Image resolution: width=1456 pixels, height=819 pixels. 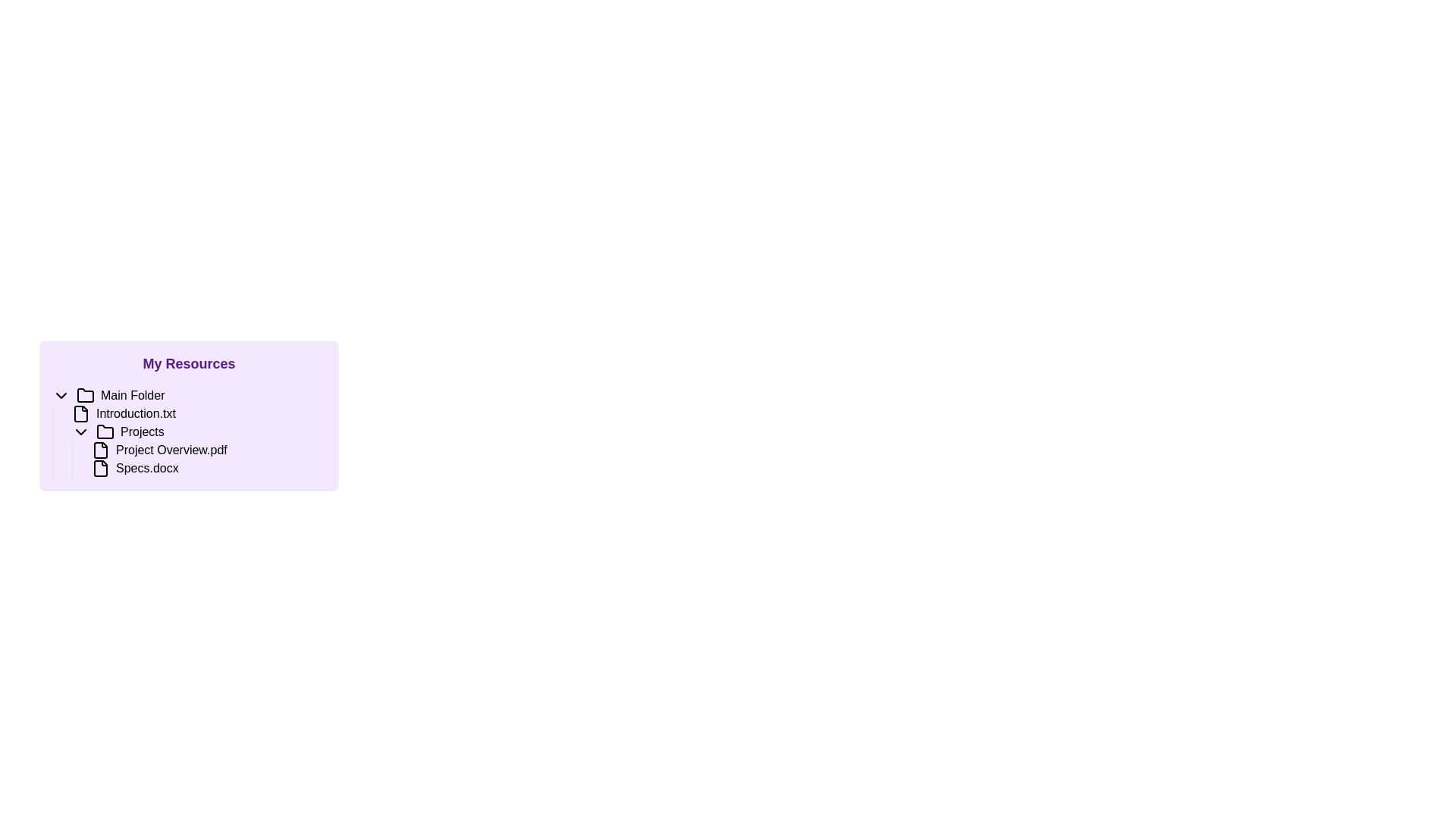 What do you see at coordinates (100, 467) in the screenshot?
I see `the document icon indicating 'Specs.docx' located on the left side of the entry under the 'Projects' folder in 'My Resources'` at bounding box center [100, 467].